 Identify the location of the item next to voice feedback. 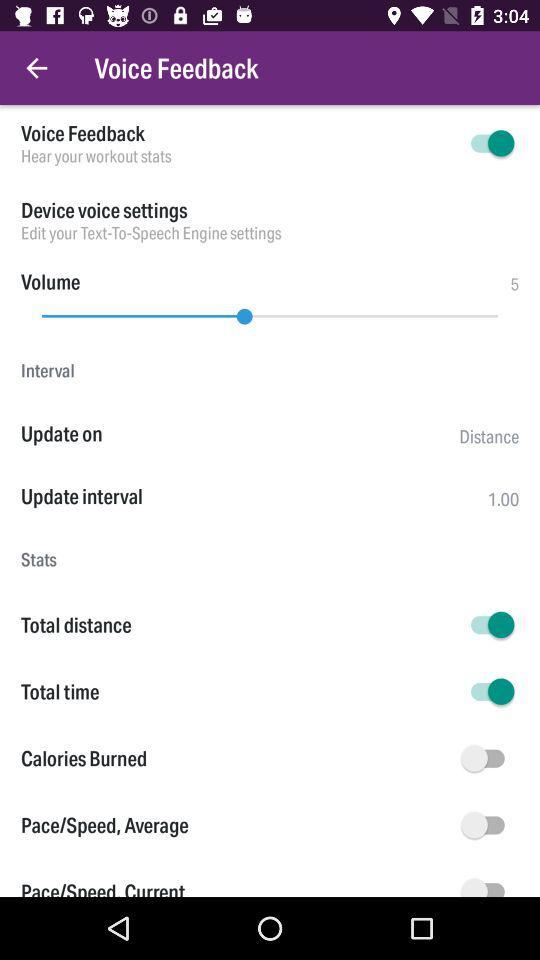
(36, 68).